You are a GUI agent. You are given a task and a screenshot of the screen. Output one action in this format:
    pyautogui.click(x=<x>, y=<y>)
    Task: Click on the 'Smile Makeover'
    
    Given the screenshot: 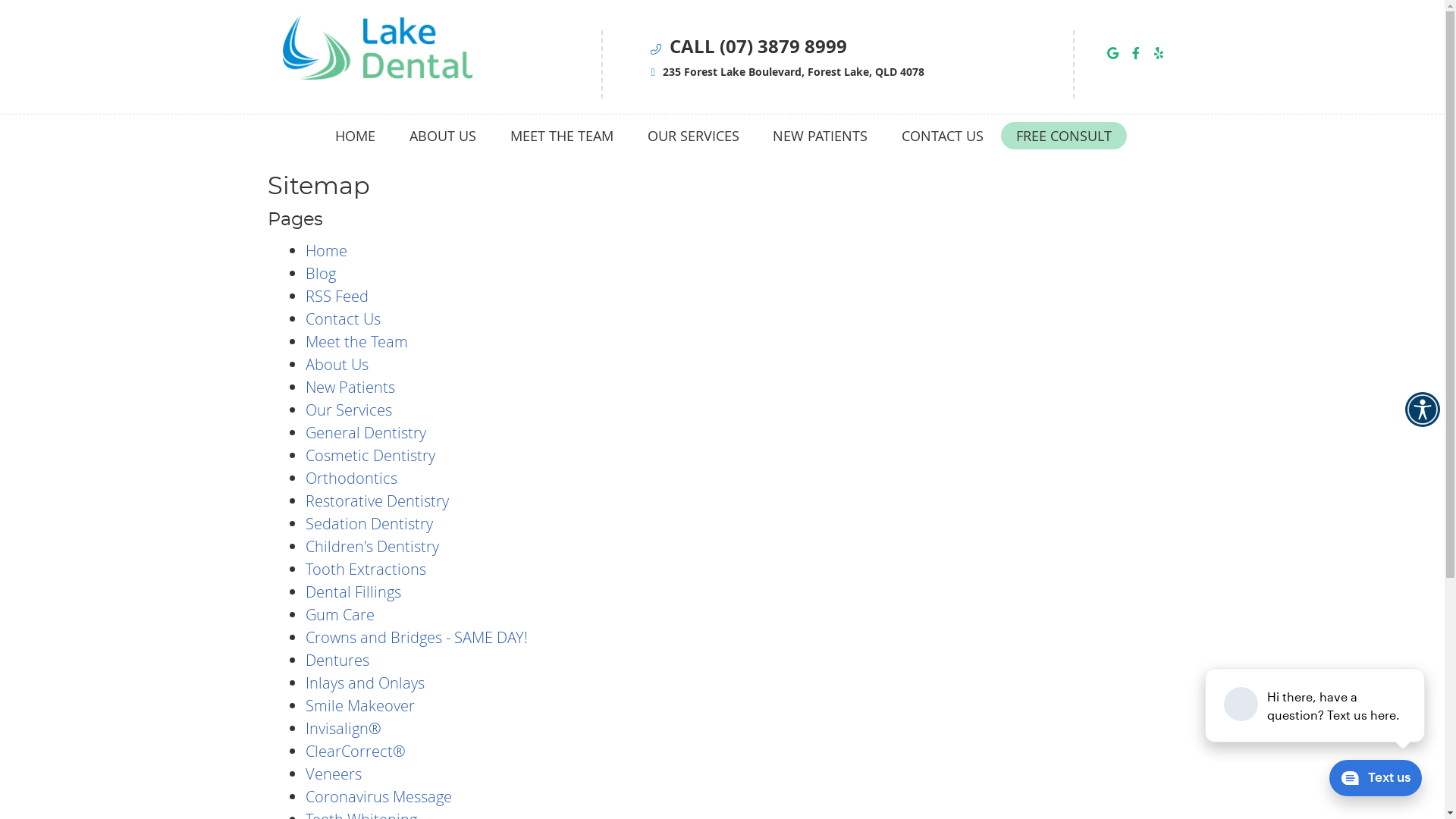 What is the action you would take?
    pyautogui.click(x=359, y=705)
    